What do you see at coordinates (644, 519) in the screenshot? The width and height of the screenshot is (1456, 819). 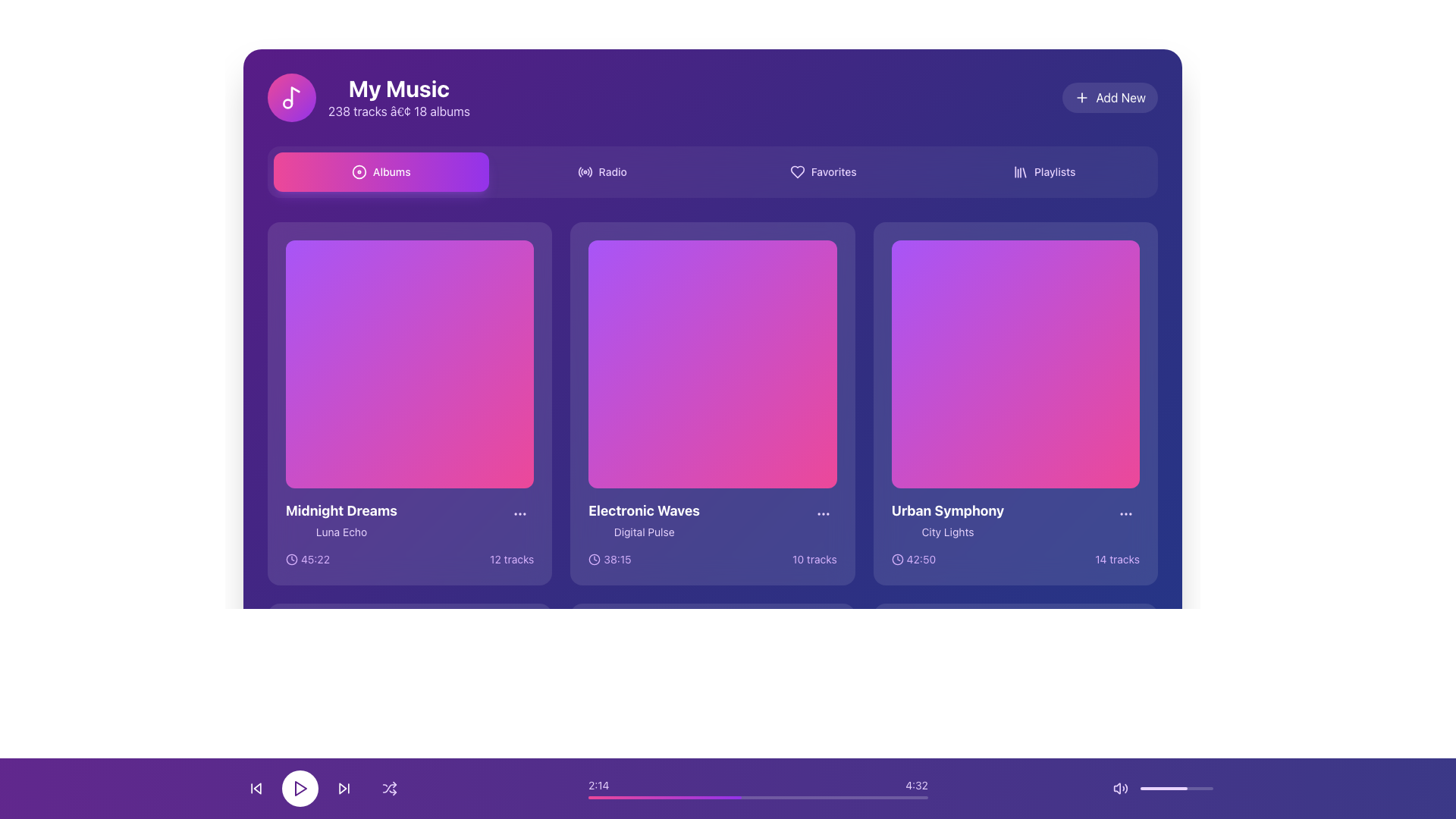 I see `text details of the Text Label displaying 'Electronic Waves' and 'Digital Pulse' which is the second card in the album grid layout` at bounding box center [644, 519].